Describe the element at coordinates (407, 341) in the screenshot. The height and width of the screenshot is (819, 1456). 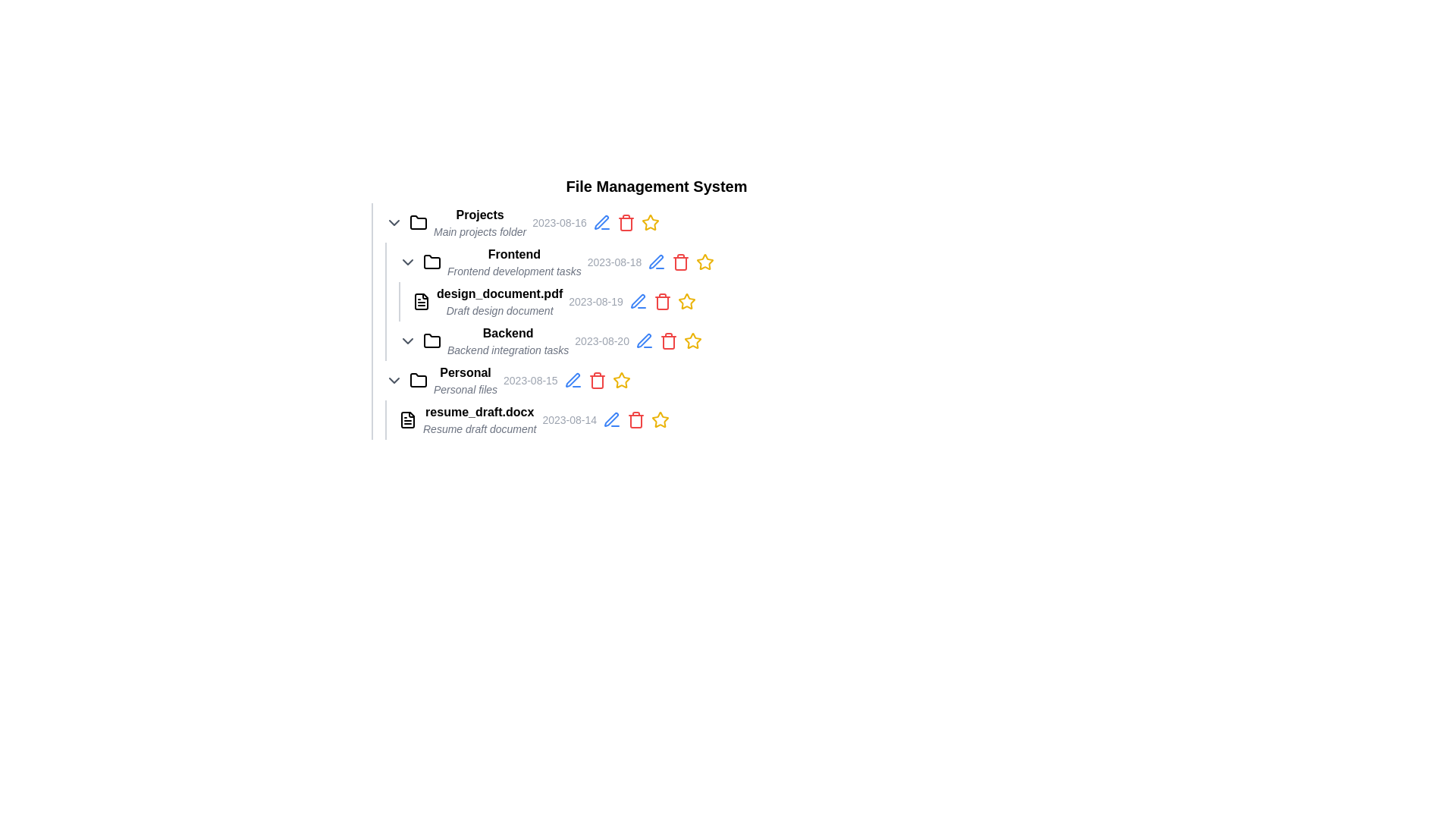
I see `the downward-pointing chevron button located to the left of the 'Backend' text` at that location.